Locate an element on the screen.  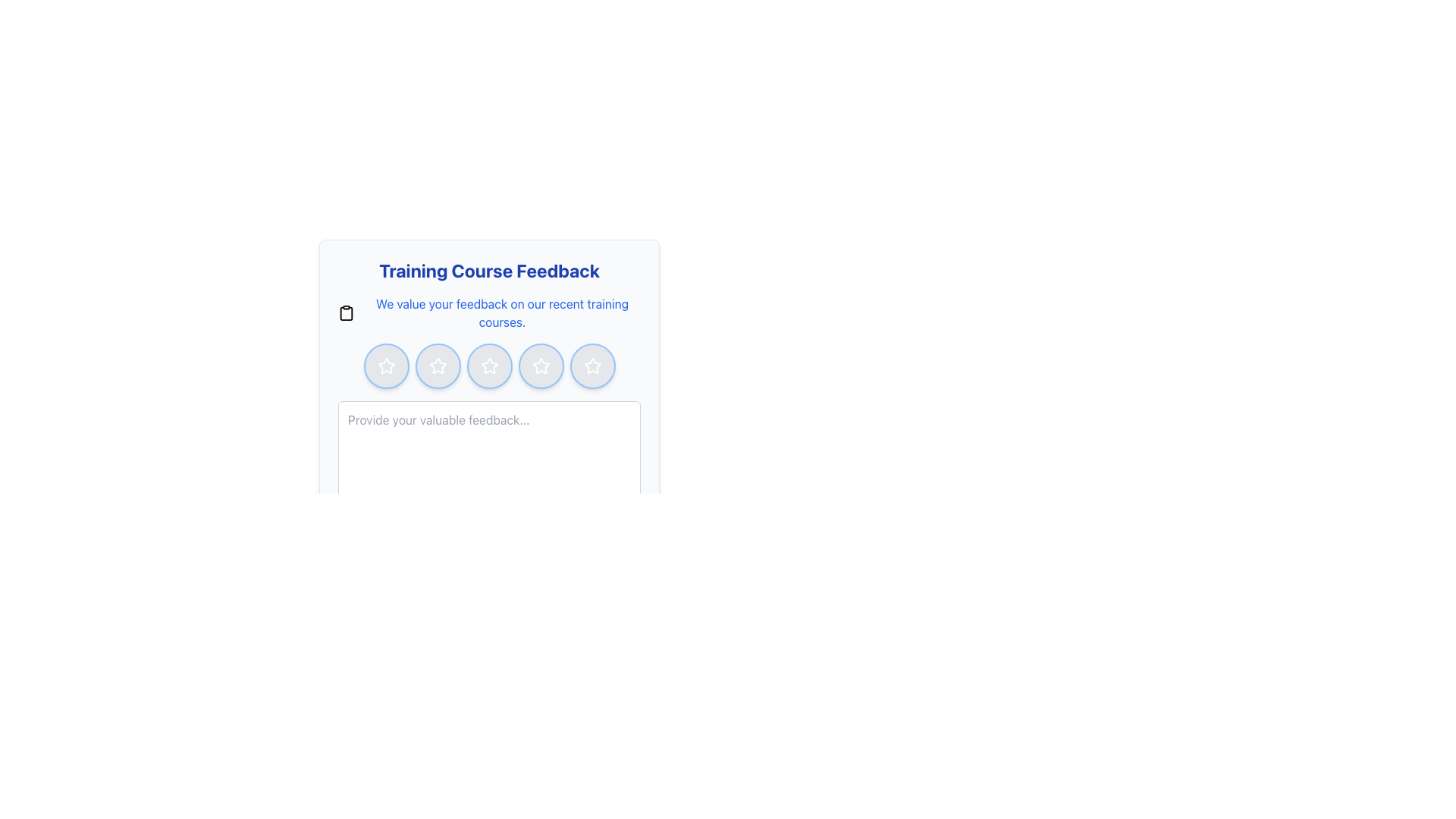
keyboard navigation is located at coordinates (386, 366).